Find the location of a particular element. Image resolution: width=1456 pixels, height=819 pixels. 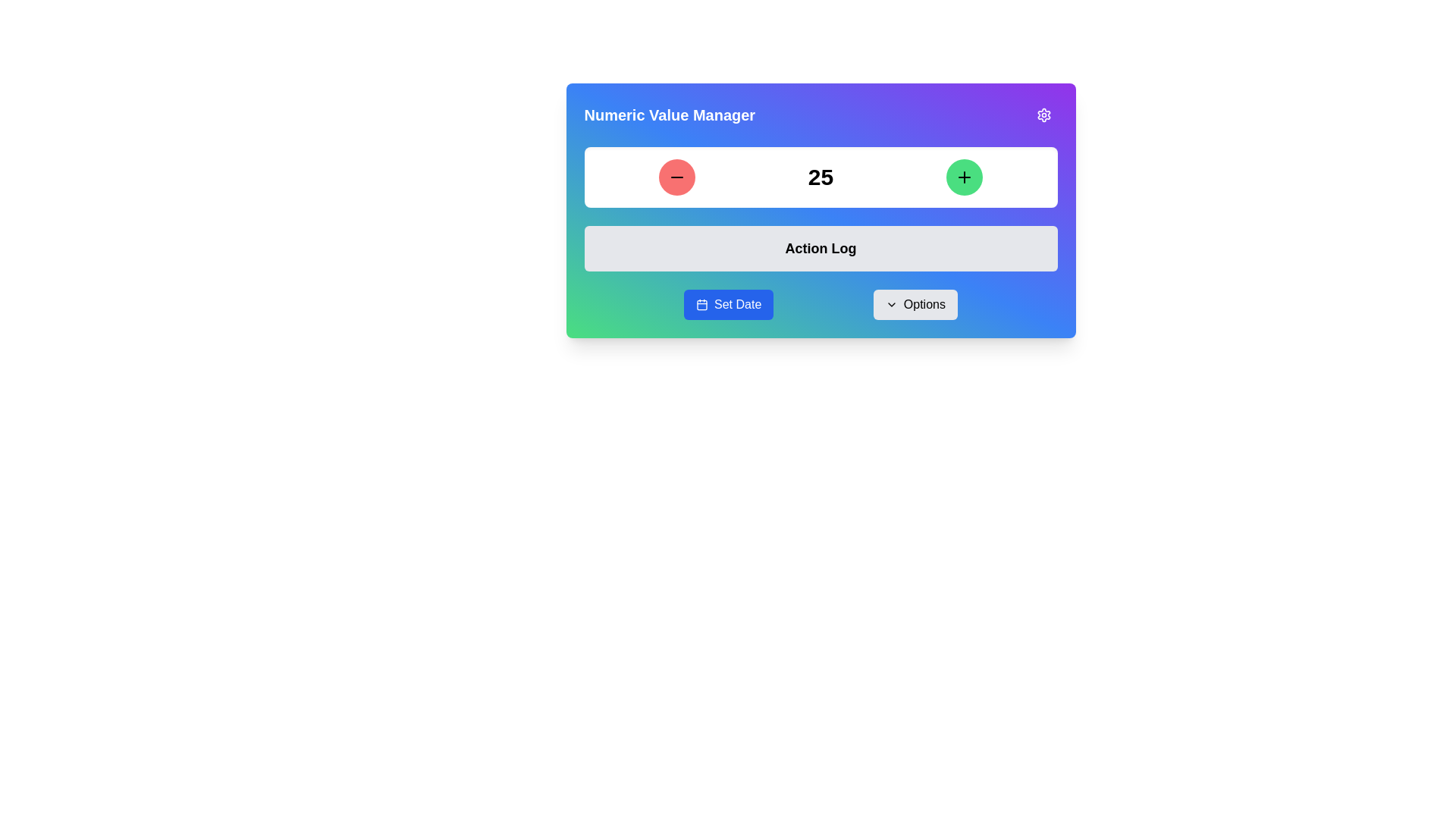

the 'Action Log' heading text, which is styled in bold and slightly enlarged font, located slightly below the numeric manager interface is located at coordinates (820, 247).